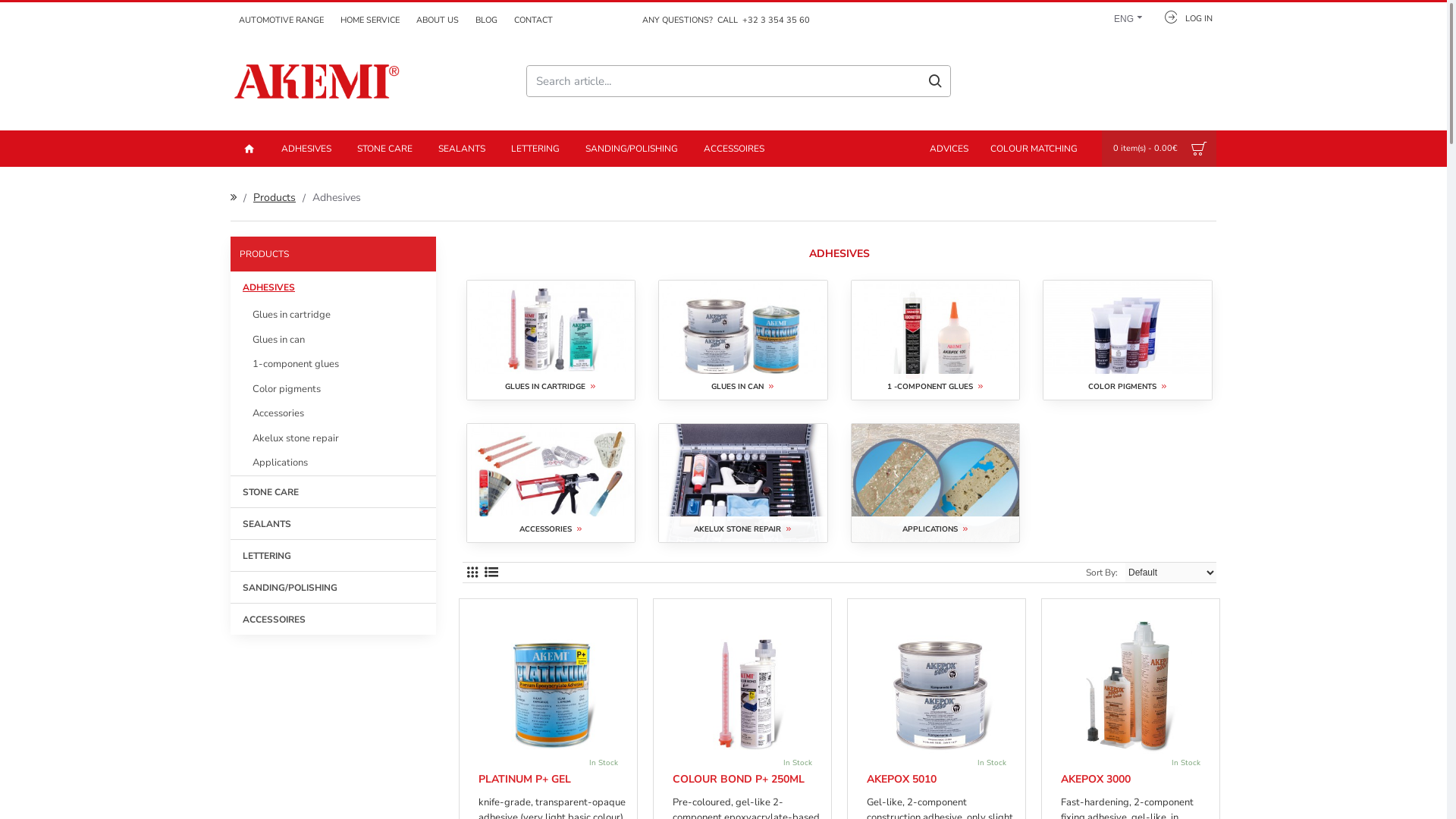  I want to click on 'AKEPOX 5010', so click(866, 780).